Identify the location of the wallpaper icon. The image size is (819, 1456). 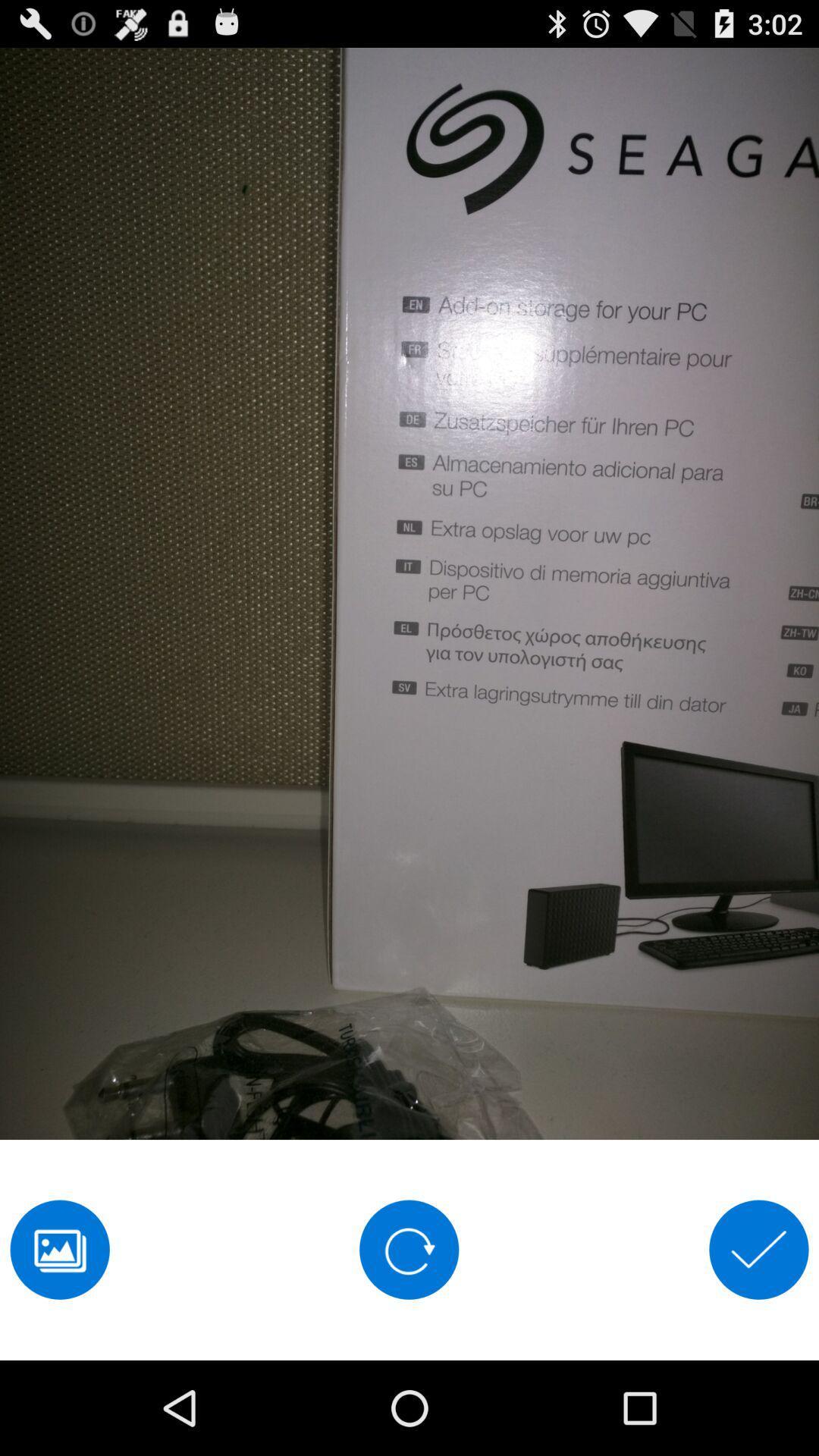
(59, 1337).